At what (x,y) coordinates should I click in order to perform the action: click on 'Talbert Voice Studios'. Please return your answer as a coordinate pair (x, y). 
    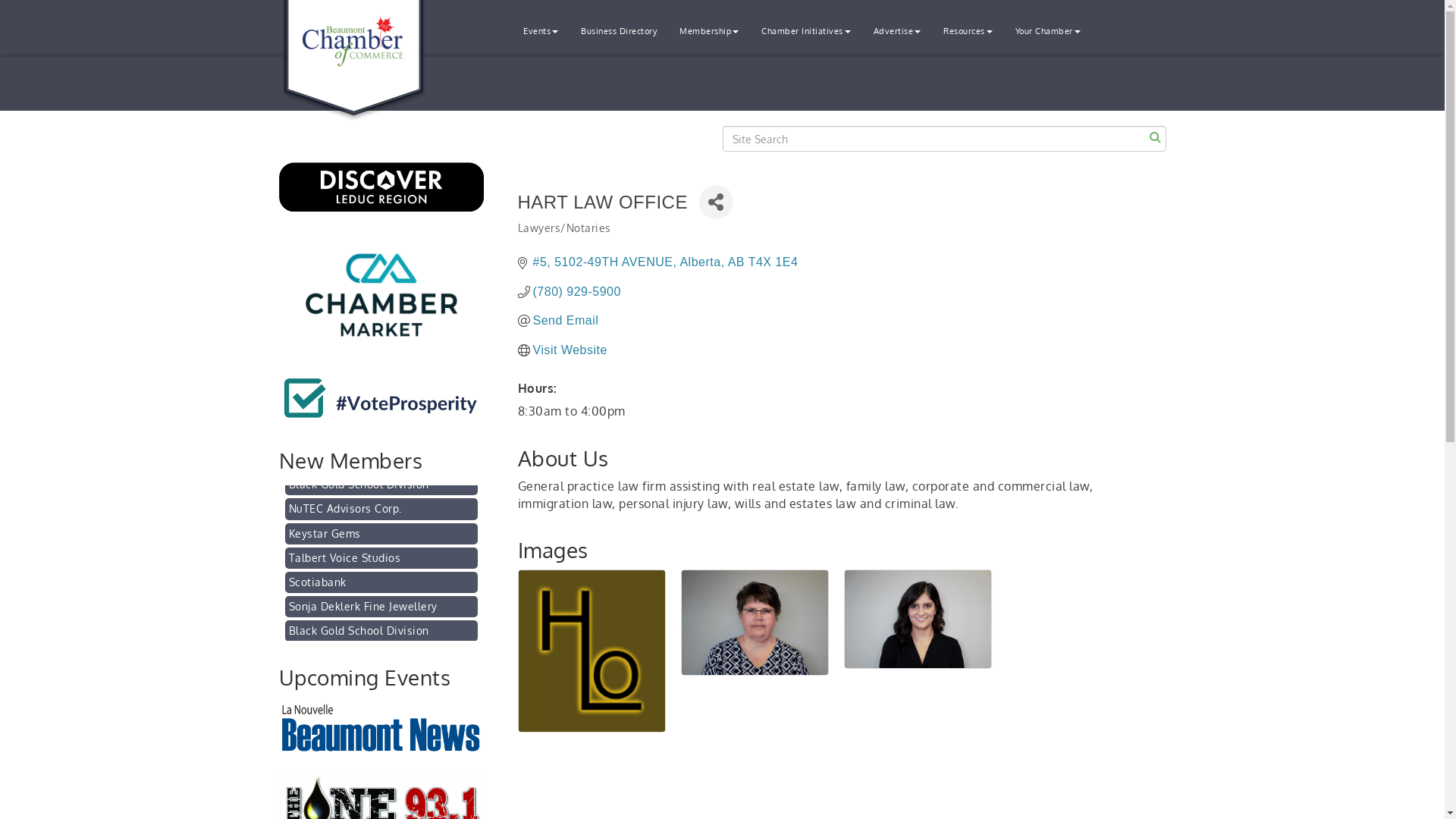
    Looking at the image, I should click on (381, 581).